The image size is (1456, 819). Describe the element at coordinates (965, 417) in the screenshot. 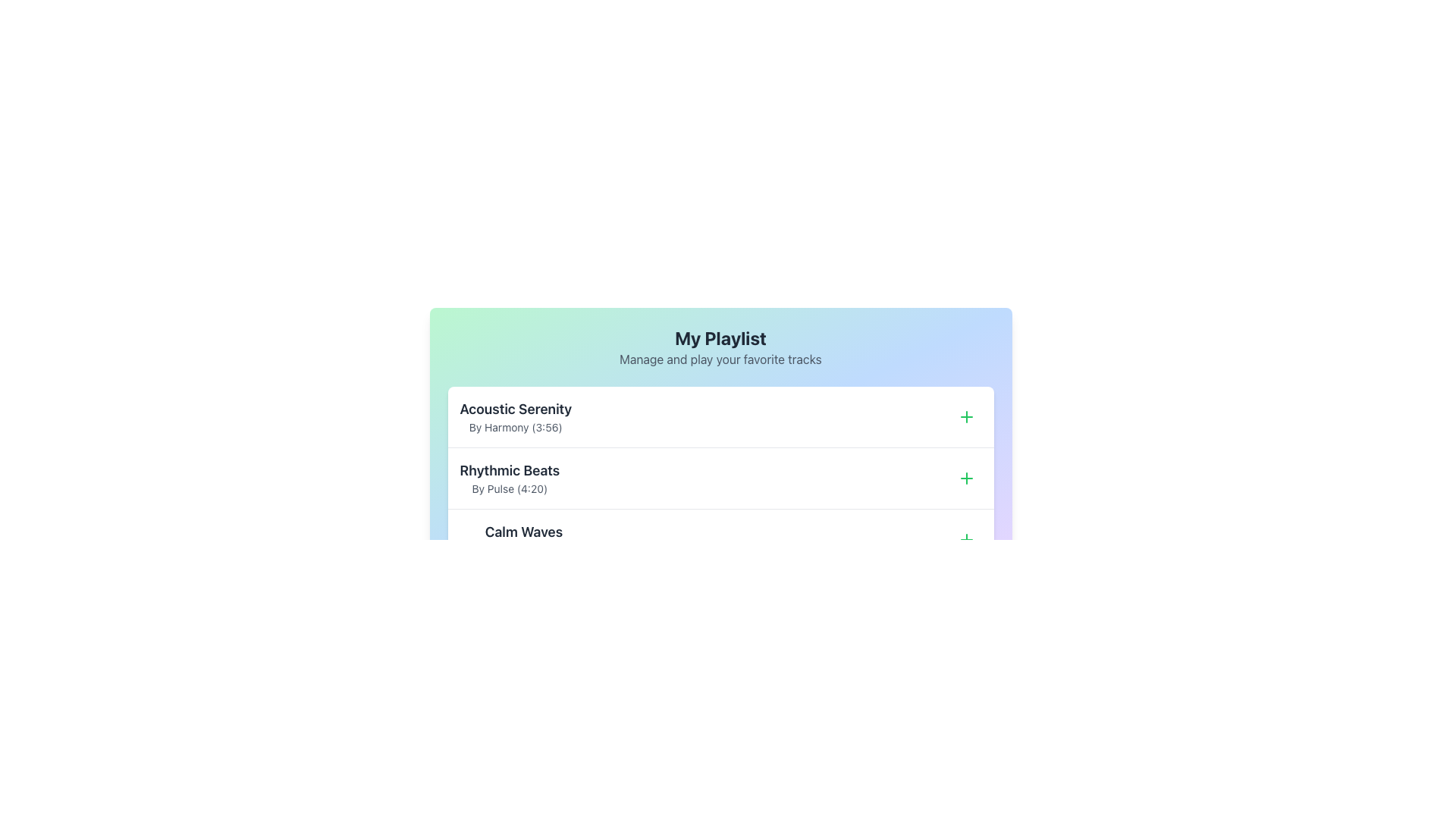

I see `the green plus sign icon button located to the far right of the 'Acoustic Serenity' list item` at that location.